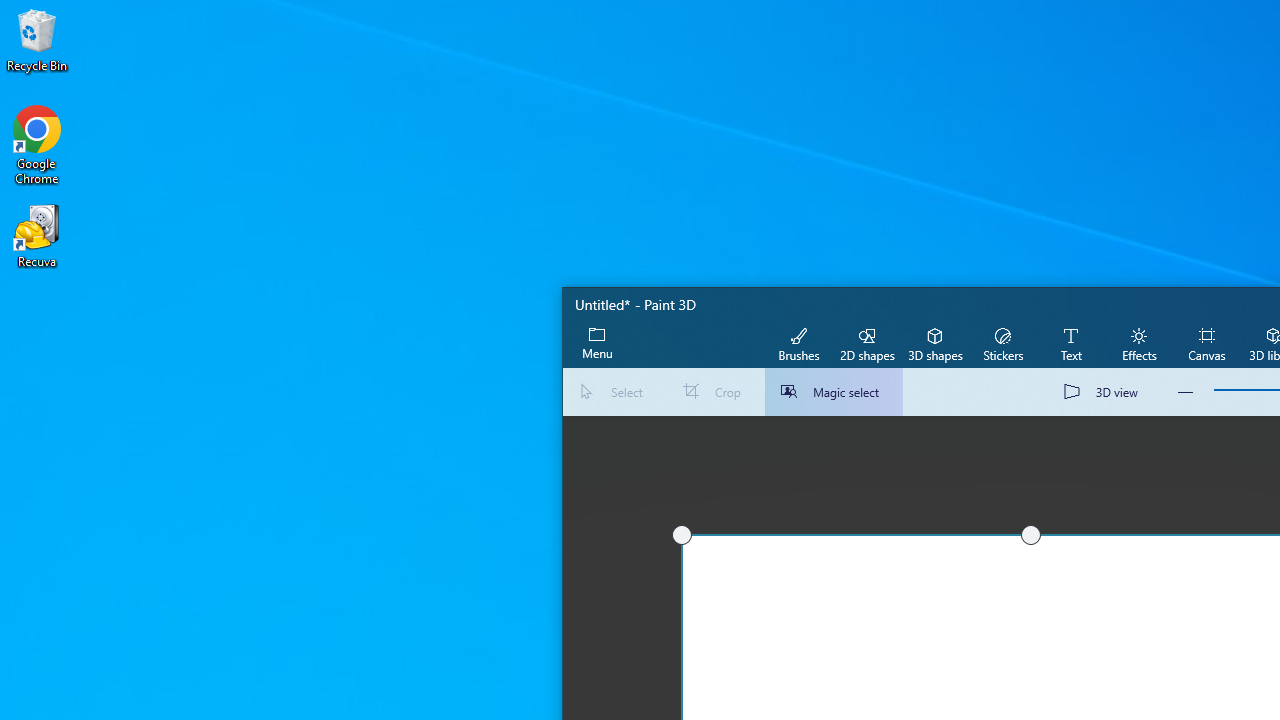 The height and width of the screenshot is (720, 1280). What do you see at coordinates (596, 342) in the screenshot?
I see `'Expand menu'` at bounding box center [596, 342].